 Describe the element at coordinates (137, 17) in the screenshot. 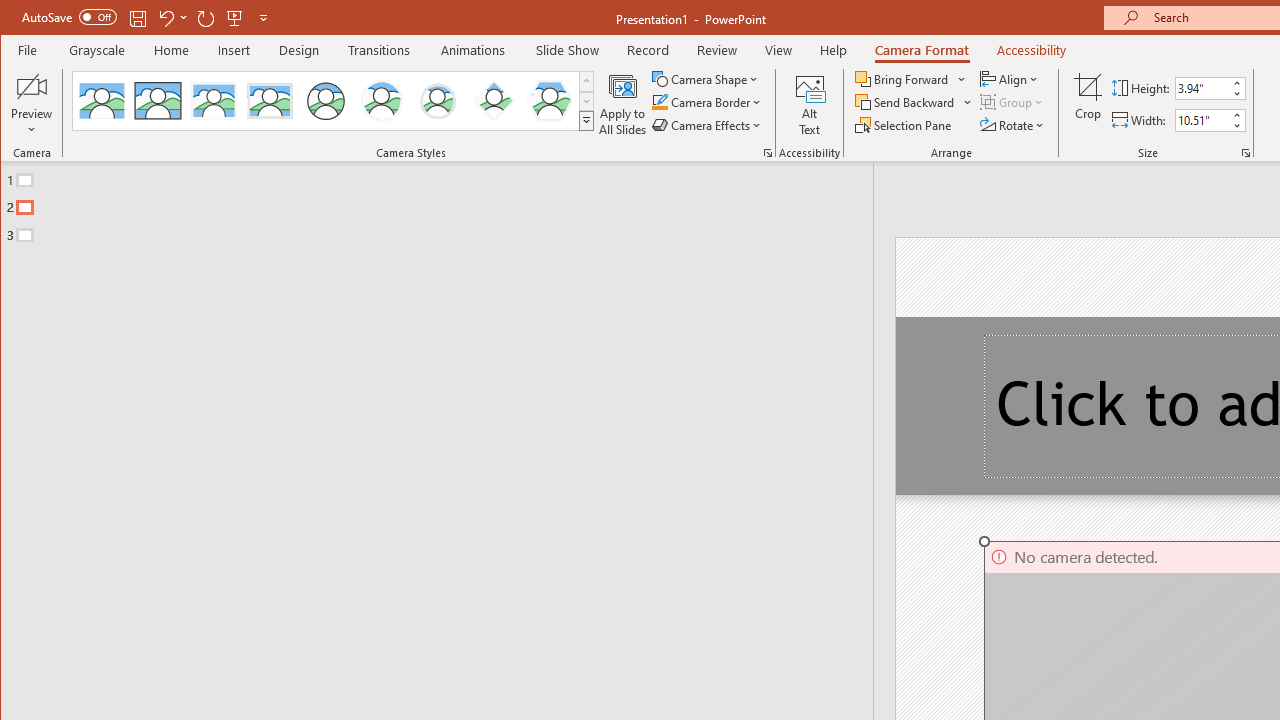

I see `'Save'` at that location.